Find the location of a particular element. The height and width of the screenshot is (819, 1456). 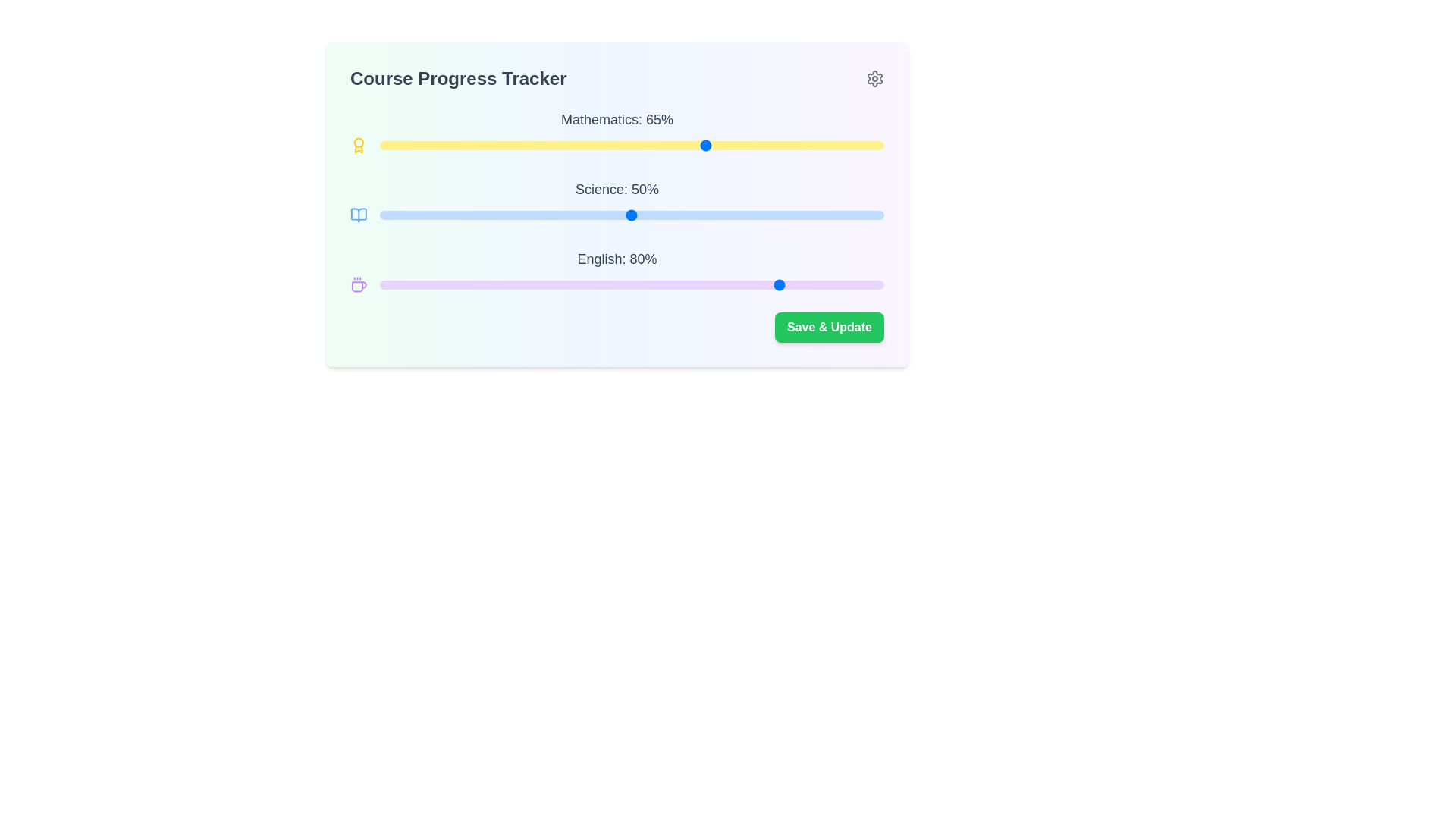

the mathematics progress slider is located at coordinates (475, 146).